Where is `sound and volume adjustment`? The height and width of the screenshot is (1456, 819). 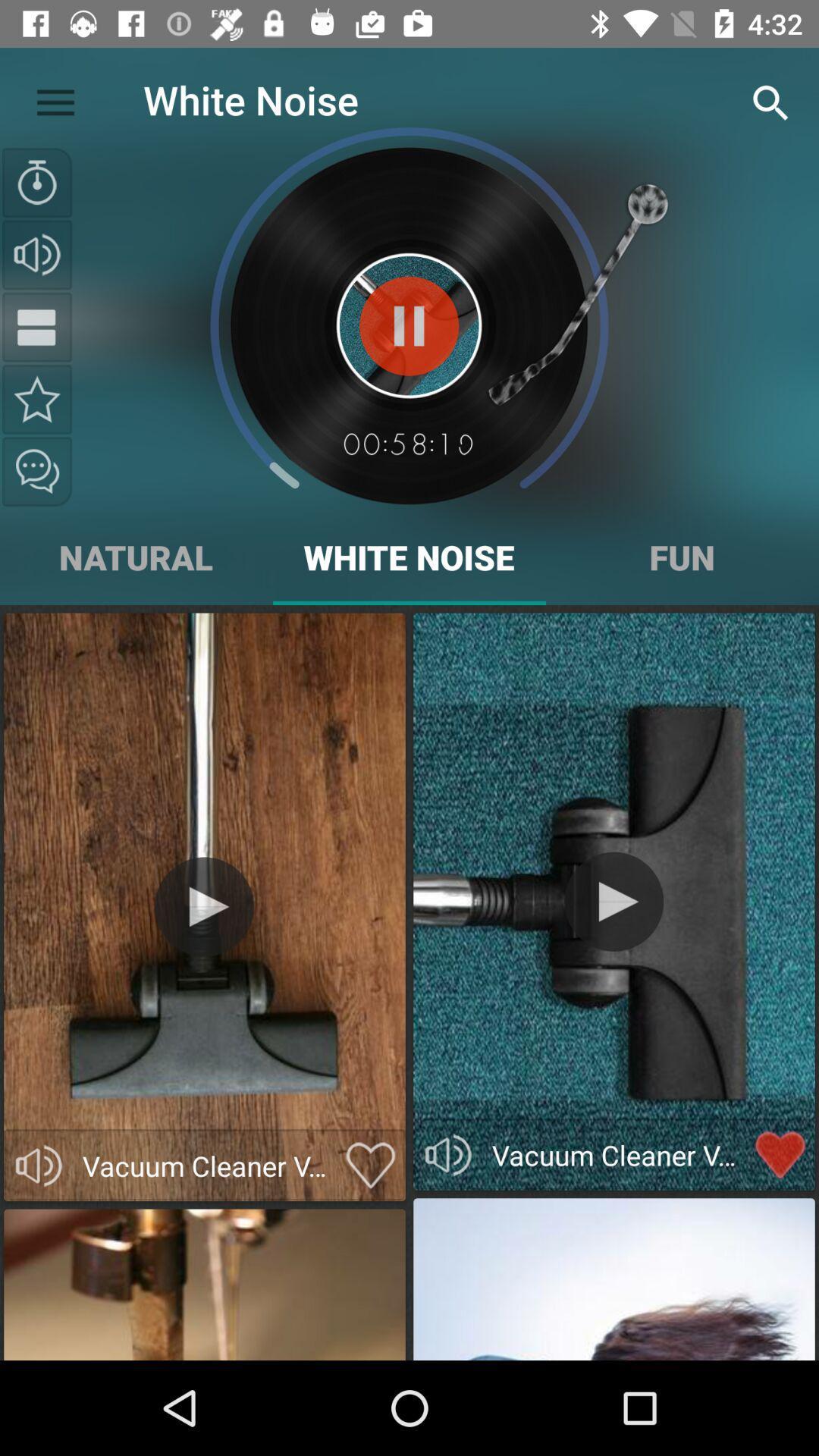
sound and volume adjustment is located at coordinates (36, 255).